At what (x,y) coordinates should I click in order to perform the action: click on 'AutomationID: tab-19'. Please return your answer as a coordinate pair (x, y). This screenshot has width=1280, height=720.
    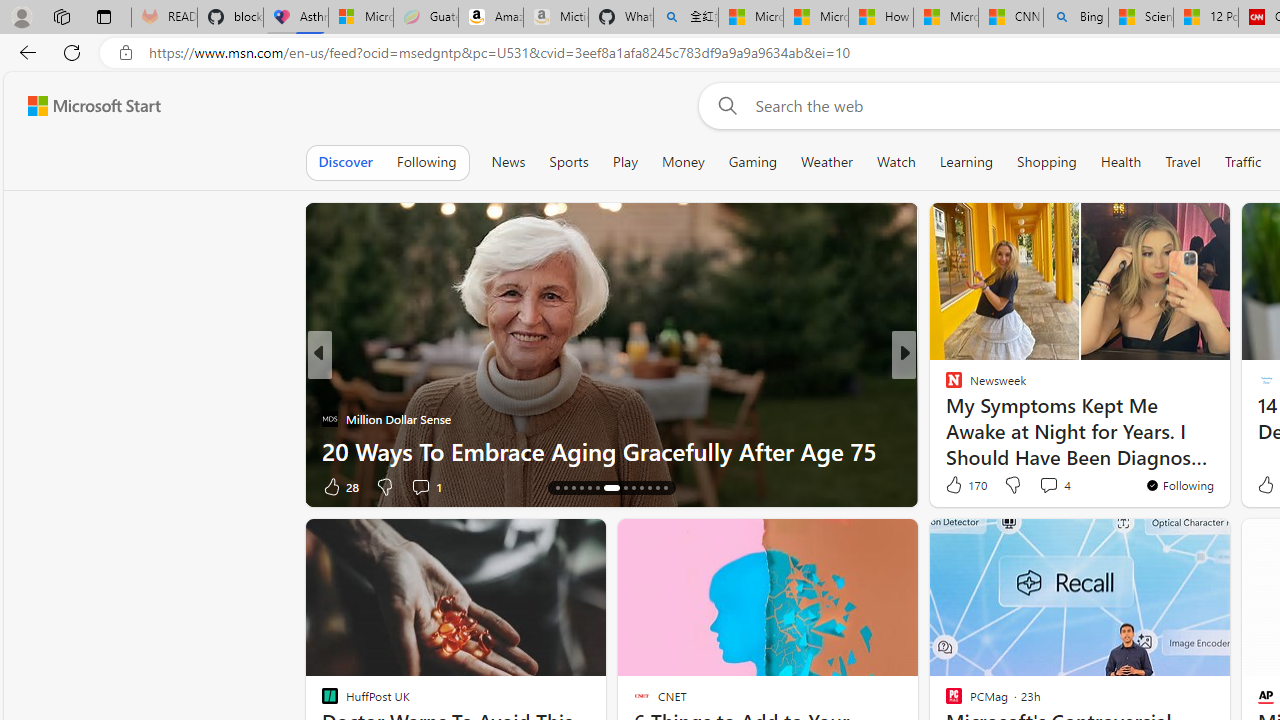
    Looking at the image, I should click on (596, 488).